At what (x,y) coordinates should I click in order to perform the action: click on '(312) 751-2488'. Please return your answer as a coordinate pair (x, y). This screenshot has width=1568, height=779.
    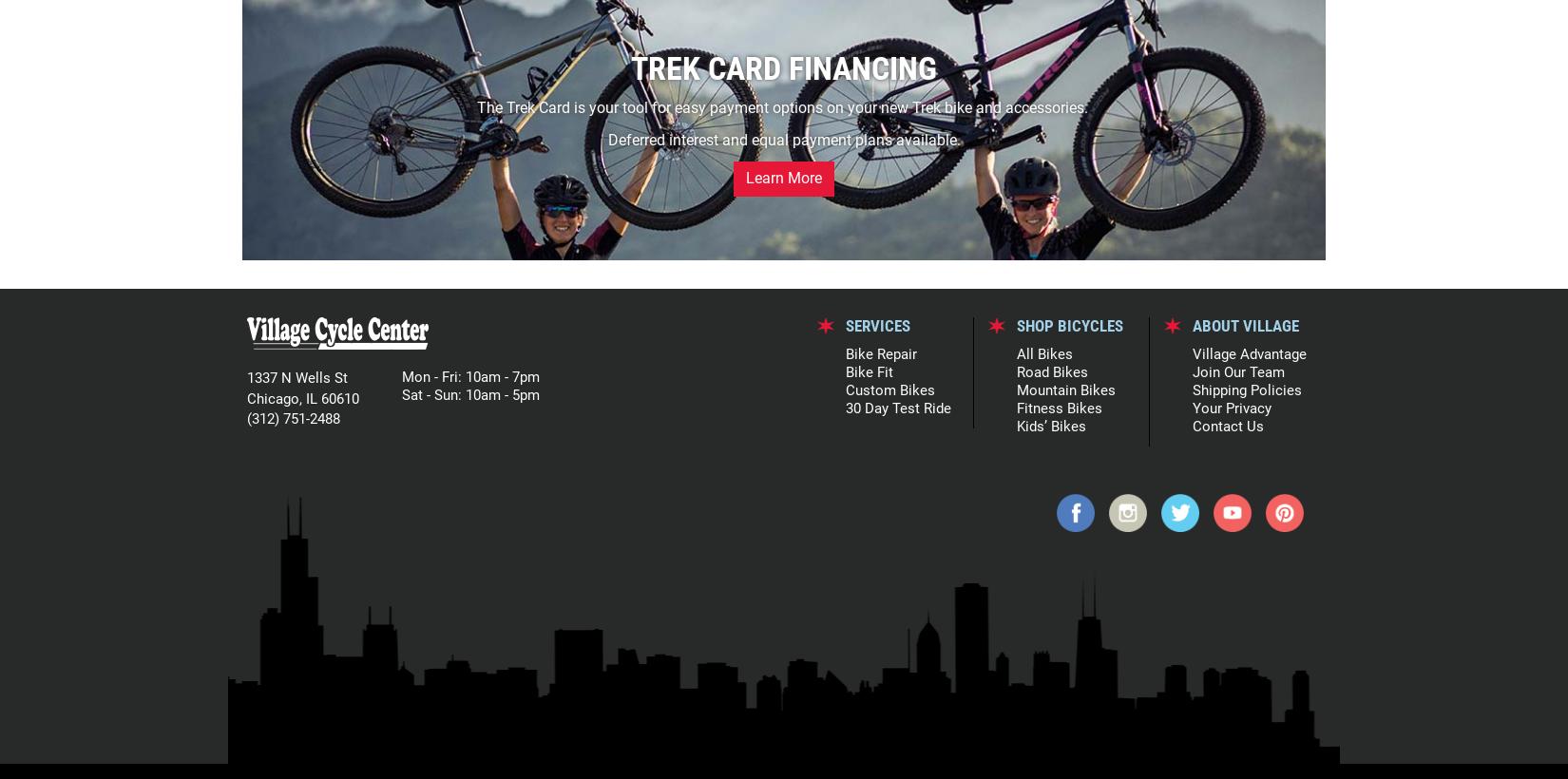
    Looking at the image, I should click on (294, 417).